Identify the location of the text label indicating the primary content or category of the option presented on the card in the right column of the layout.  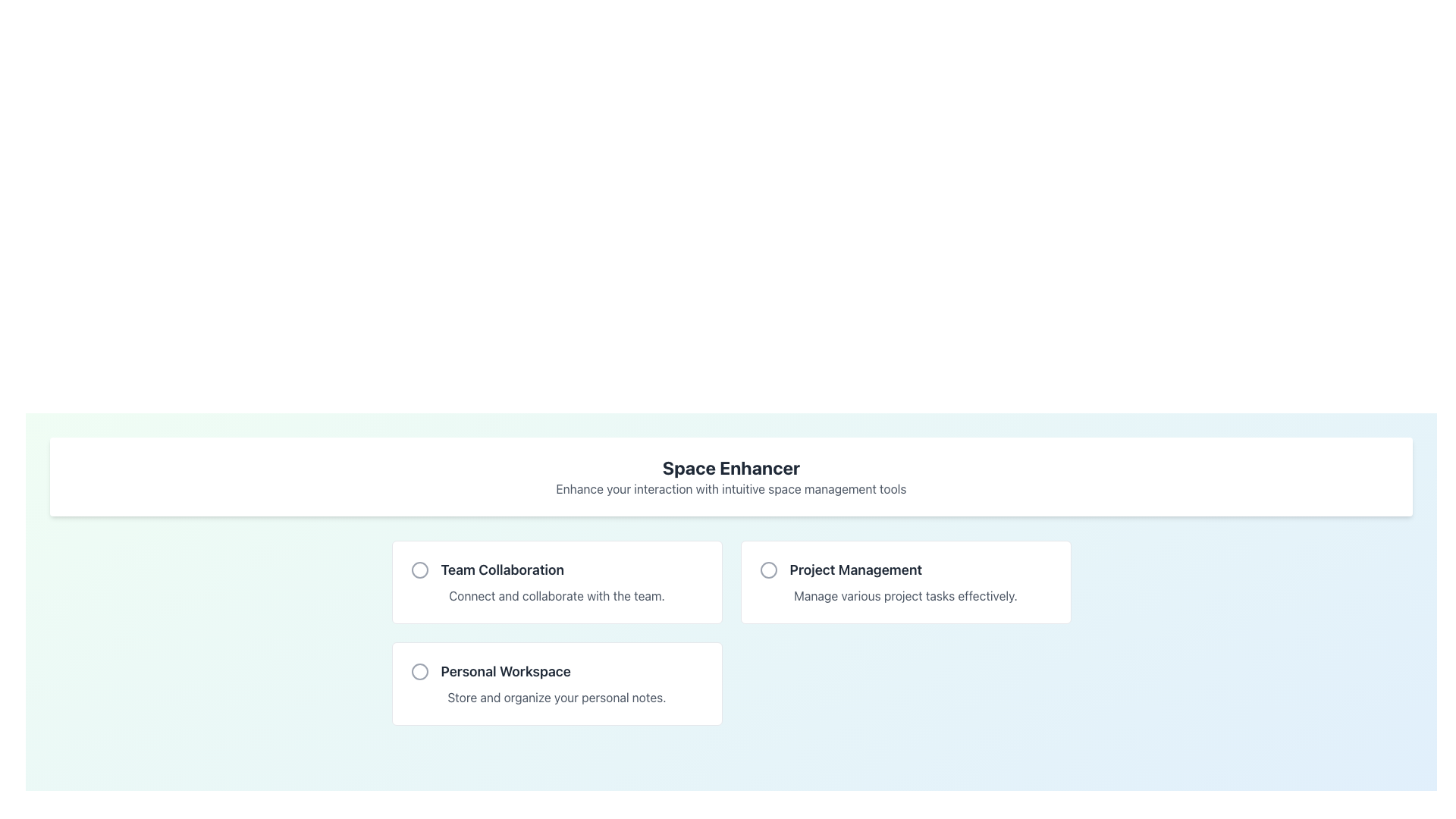
(905, 570).